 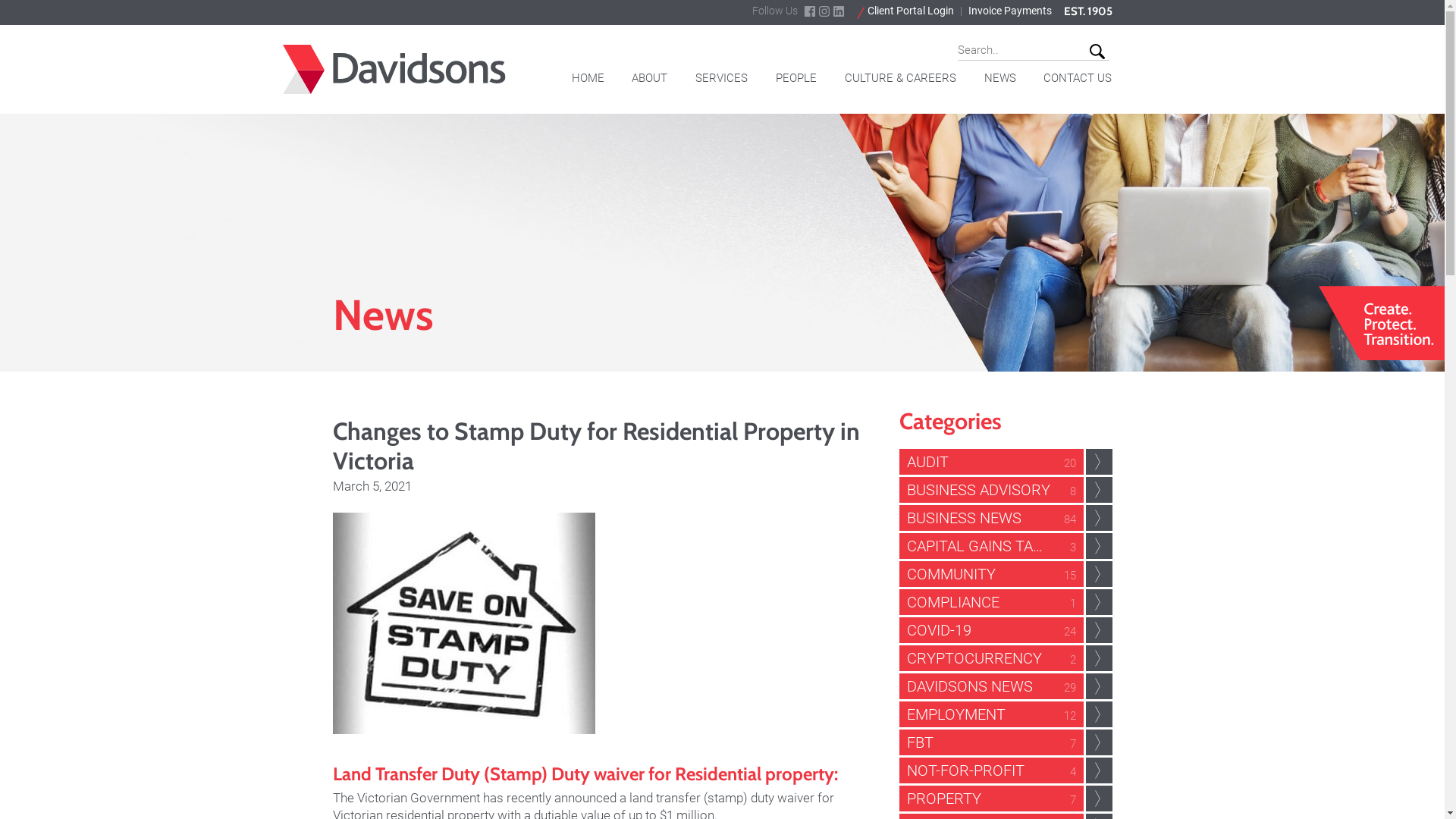 I want to click on 'PEOPLE', so click(x=795, y=82).